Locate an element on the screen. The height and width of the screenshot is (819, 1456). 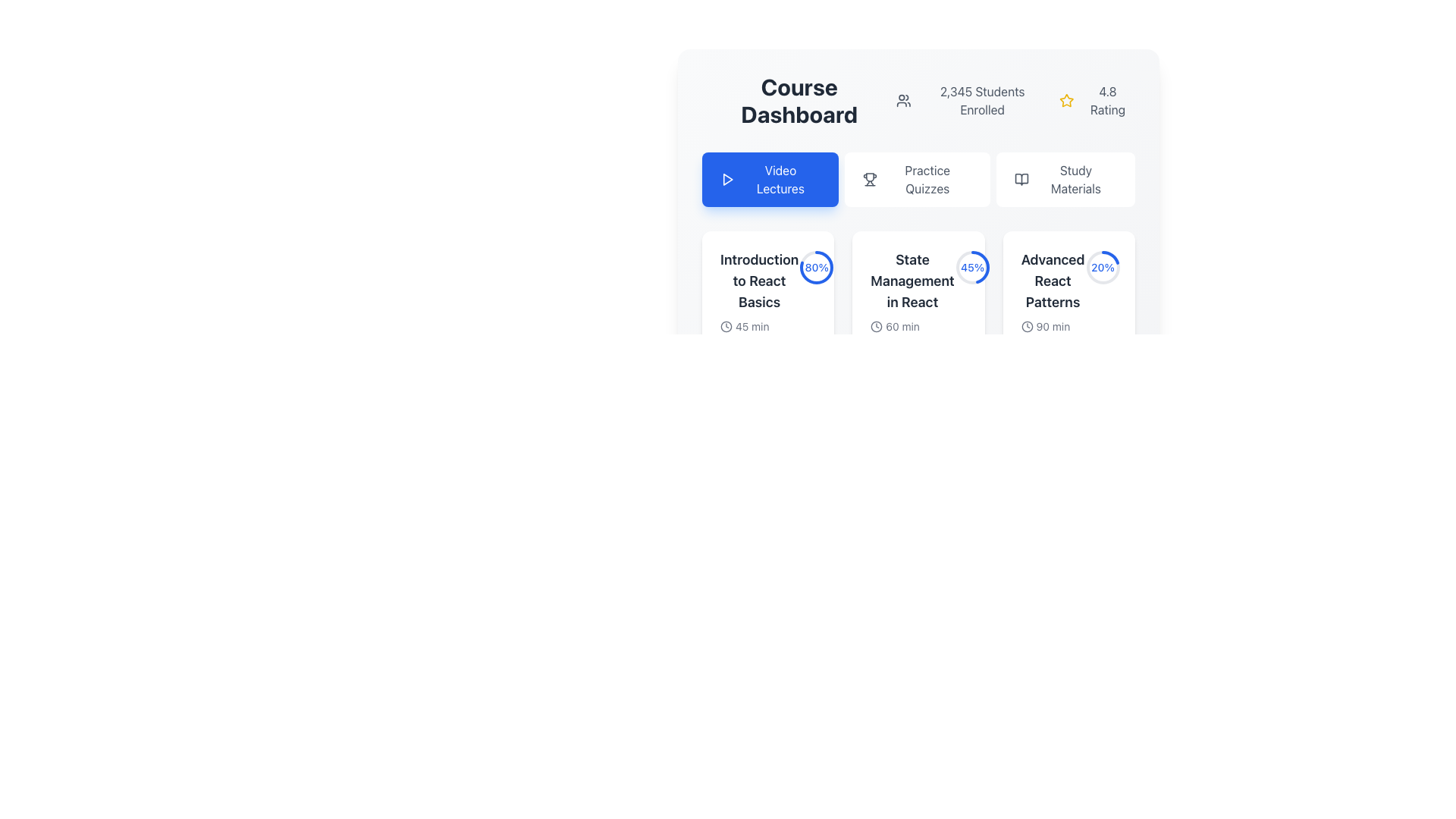
the circular progress indicator displaying '20%' in the top right corner of the 'Advanced React Patterns' card is located at coordinates (1103, 267).